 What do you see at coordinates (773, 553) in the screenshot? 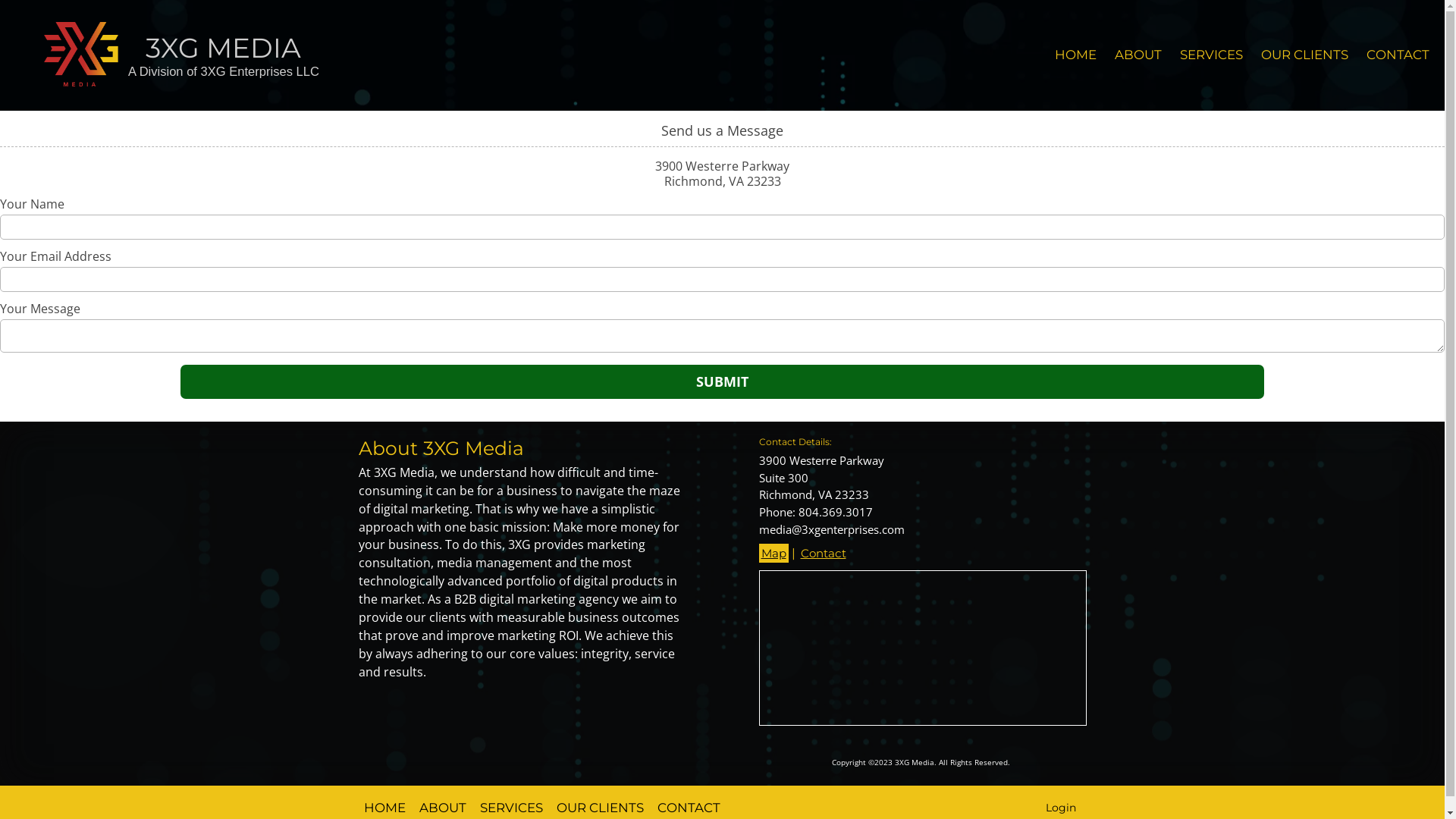
I see `'Map'` at bounding box center [773, 553].